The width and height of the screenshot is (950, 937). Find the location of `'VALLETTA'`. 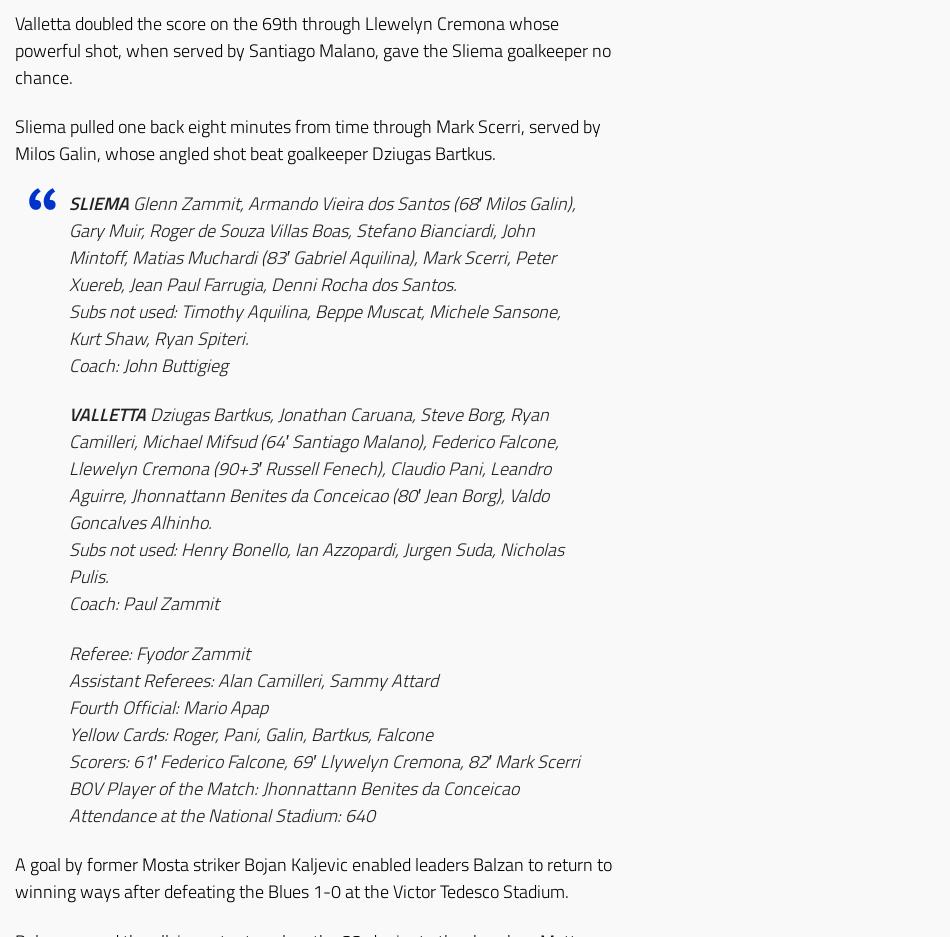

'VALLETTA' is located at coordinates (107, 414).